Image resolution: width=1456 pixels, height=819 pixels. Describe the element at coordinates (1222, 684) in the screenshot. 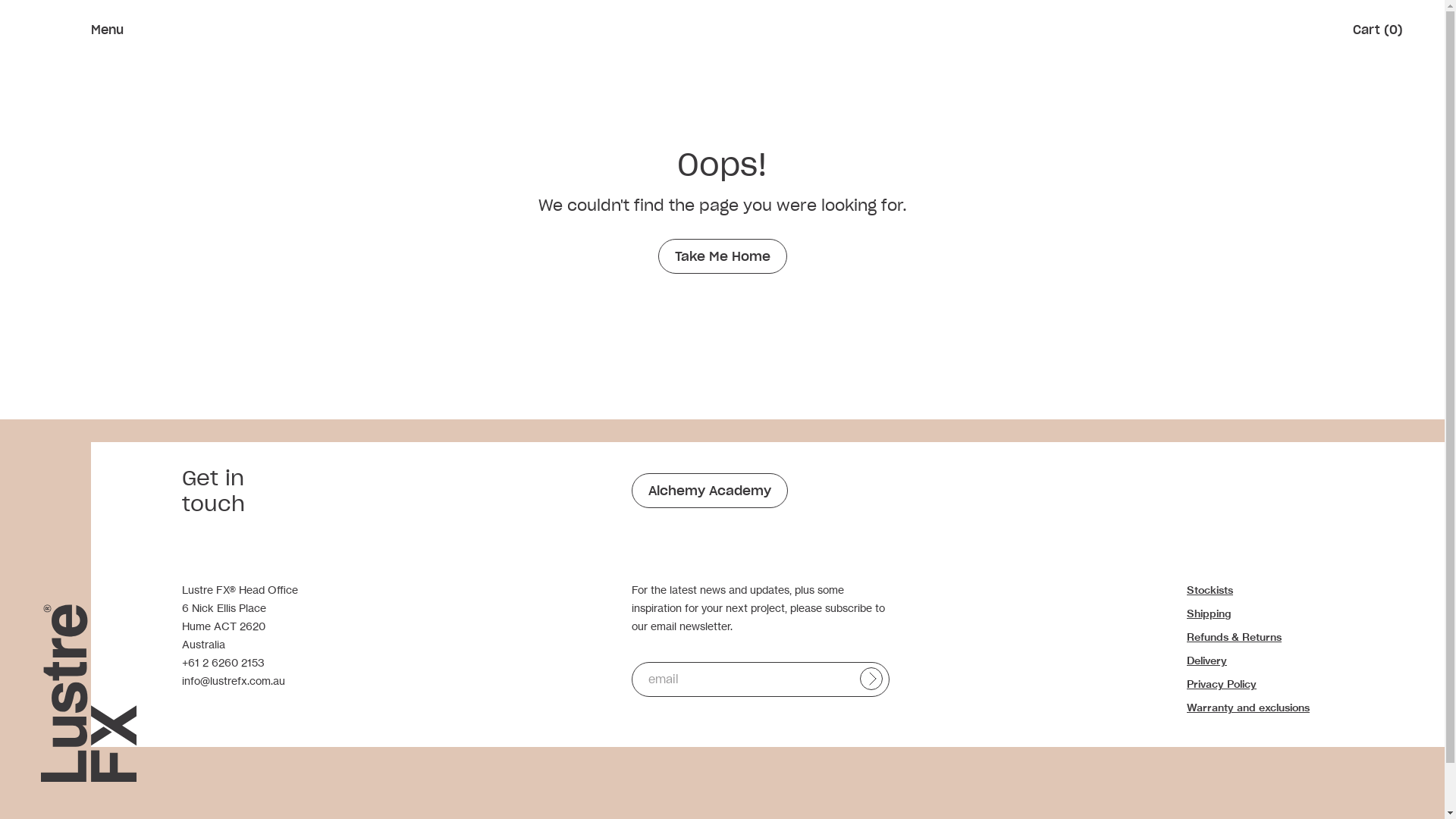

I see `'Privacy Policy'` at that location.